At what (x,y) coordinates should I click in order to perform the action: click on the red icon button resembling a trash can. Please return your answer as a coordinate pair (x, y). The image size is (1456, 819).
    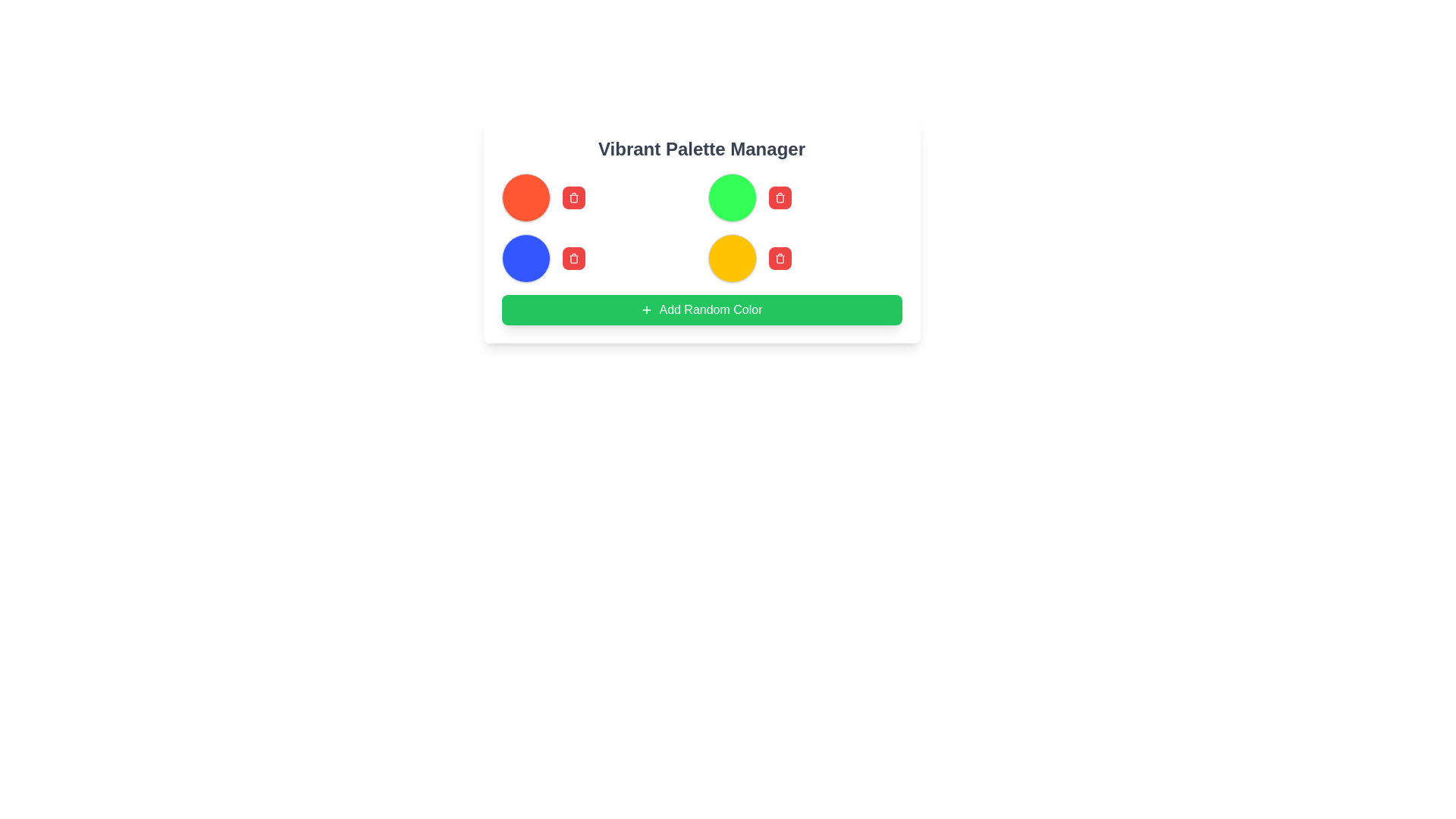
    Looking at the image, I should click on (573, 197).